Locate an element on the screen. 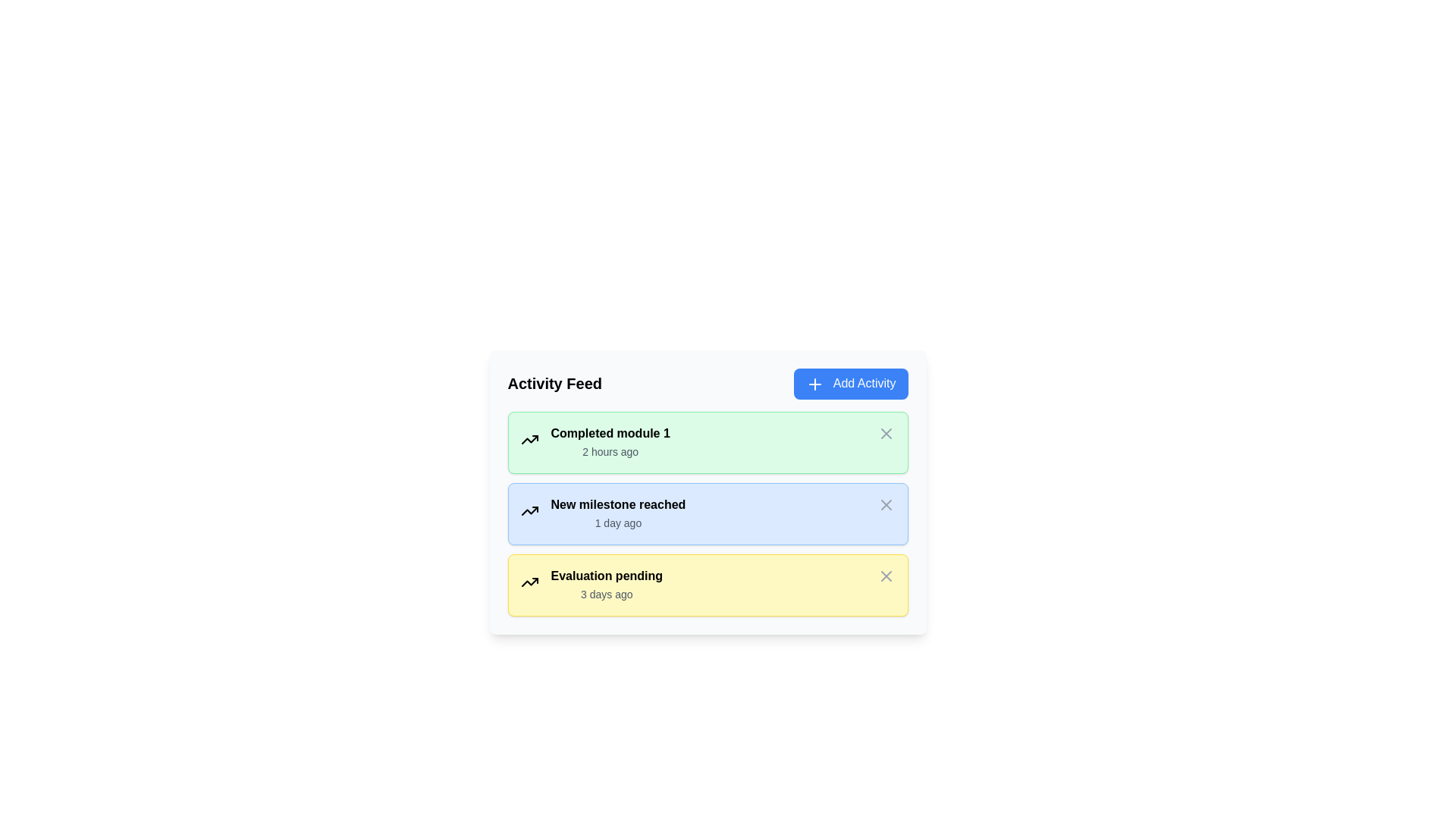 This screenshot has width=1456, height=819. the 'close' button of the notification card in the 'Activity Feed' to change its color for interactivity indication is located at coordinates (886, 504).